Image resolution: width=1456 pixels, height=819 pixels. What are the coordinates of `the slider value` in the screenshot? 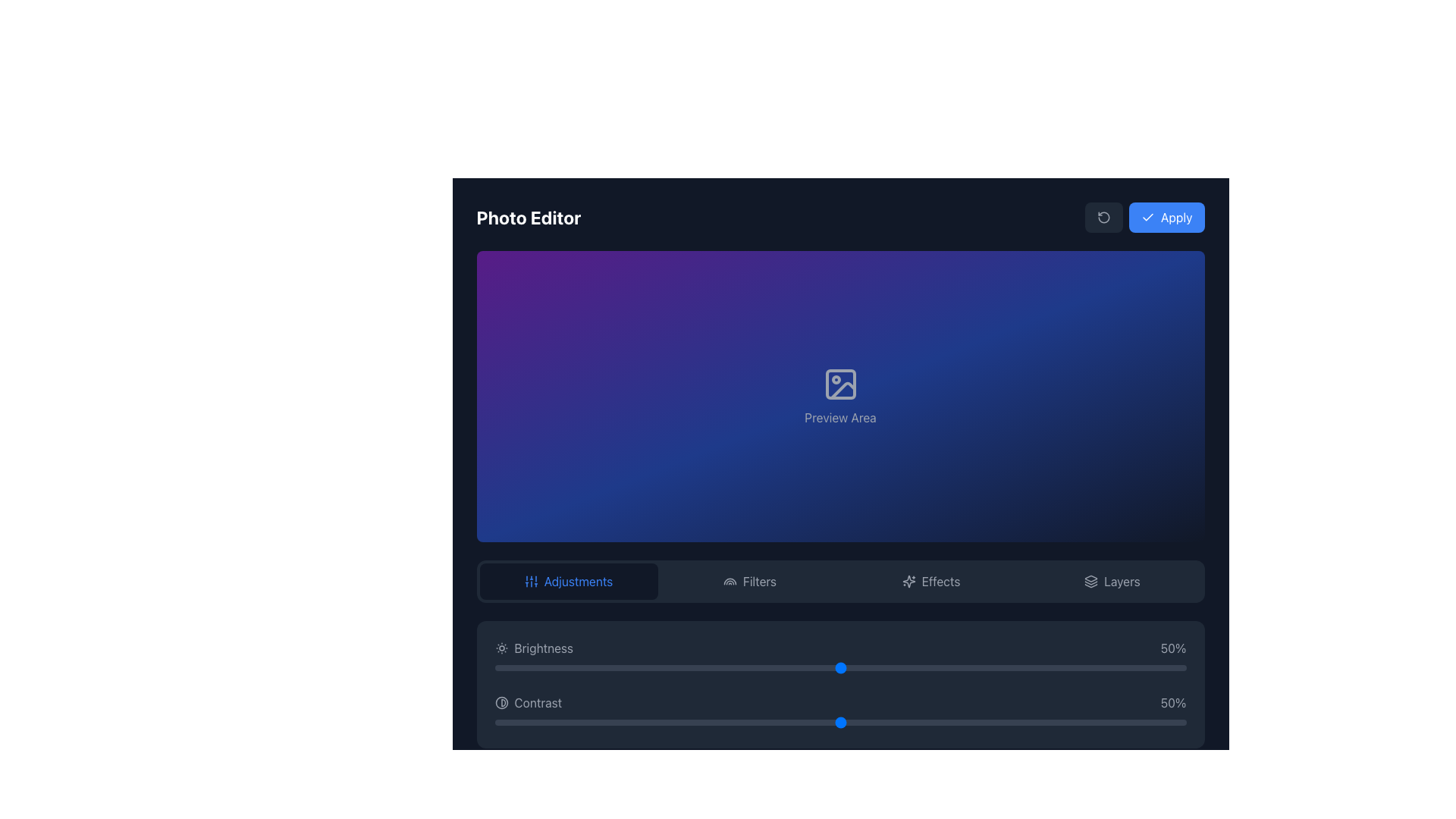 It's located at (1088, 667).